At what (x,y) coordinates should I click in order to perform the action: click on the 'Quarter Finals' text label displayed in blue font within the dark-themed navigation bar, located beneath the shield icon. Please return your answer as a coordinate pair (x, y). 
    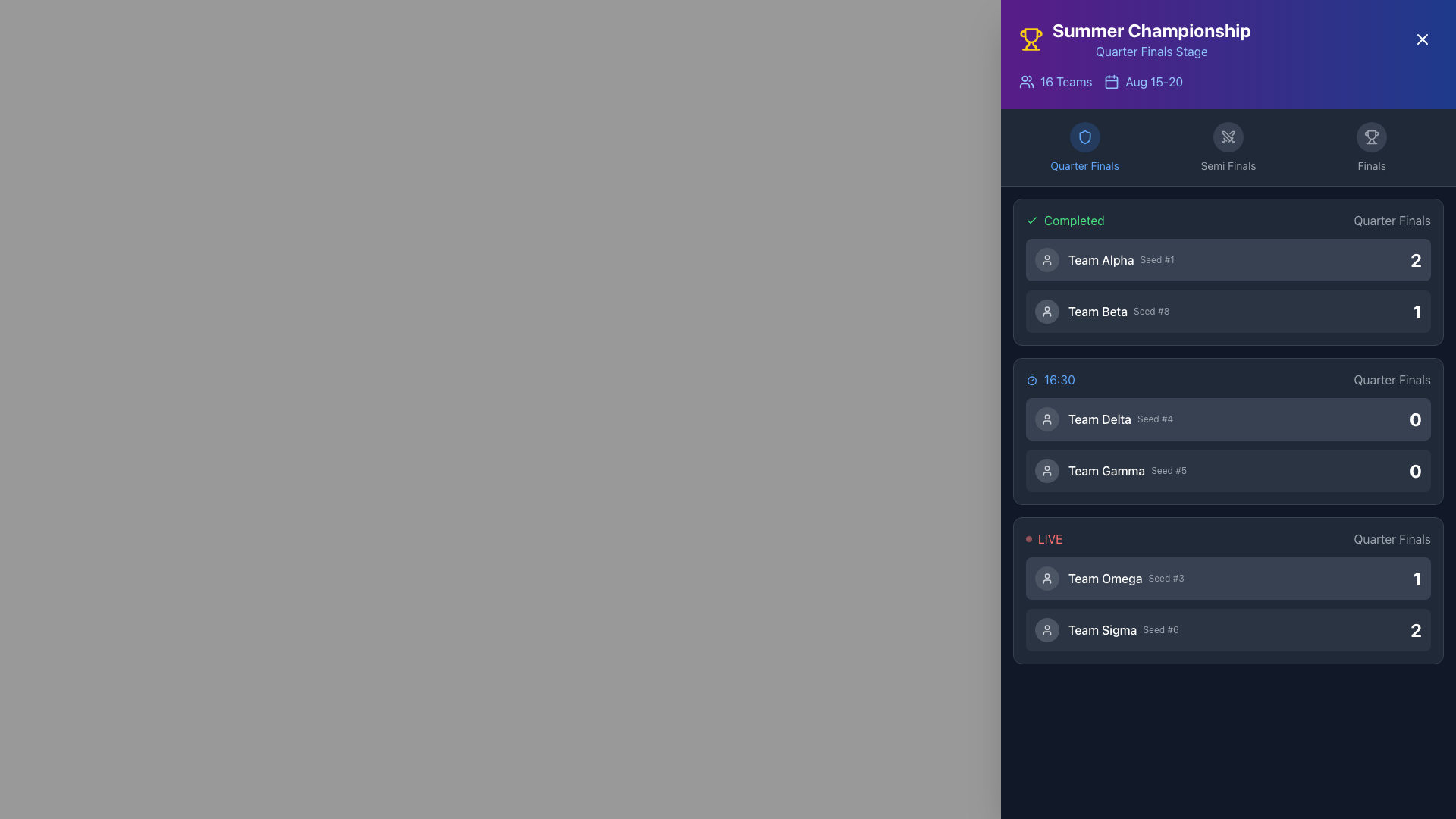
    Looking at the image, I should click on (1084, 166).